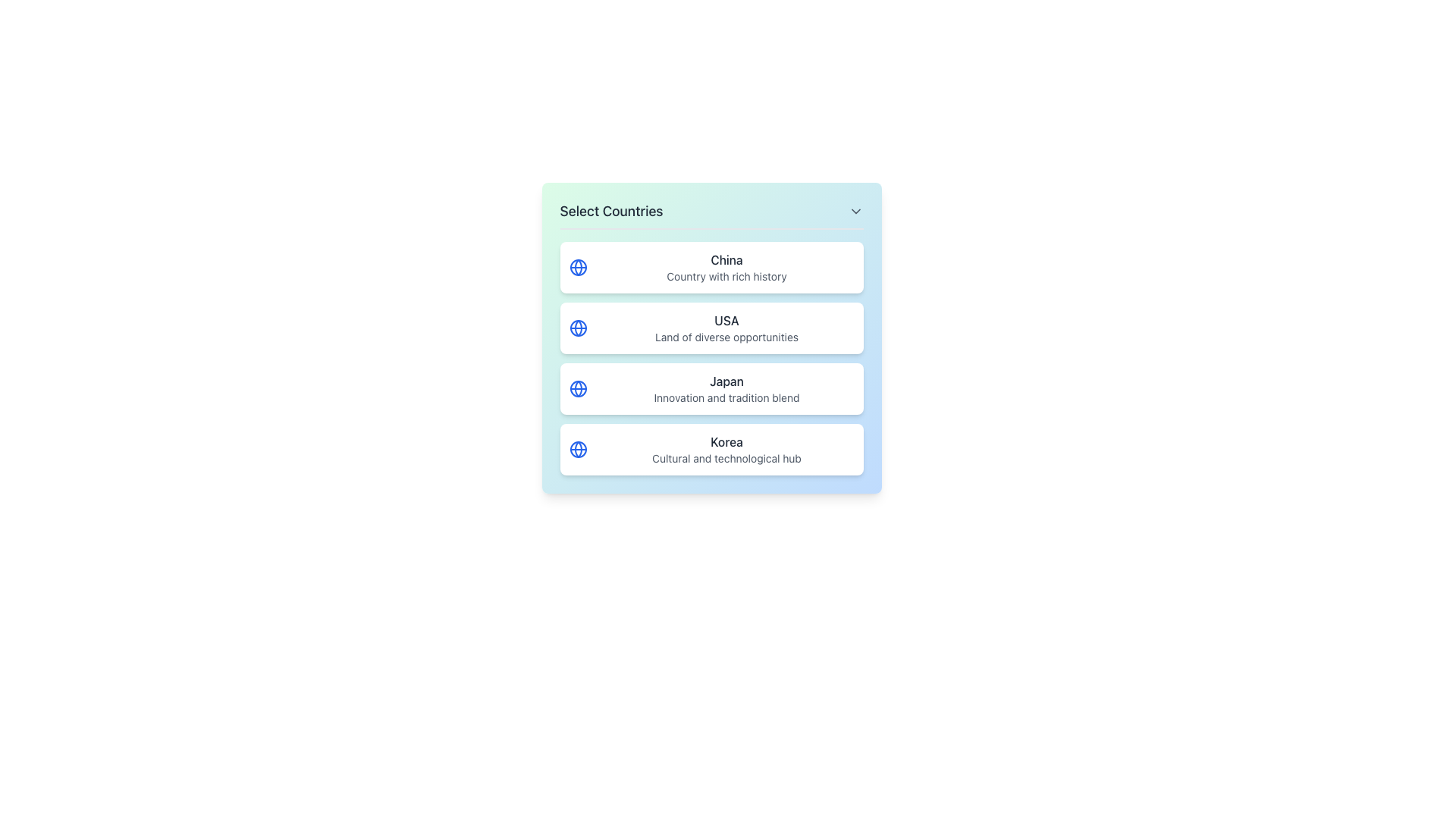 The image size is (1456, 819). What do you see at coordinates (726, 449) in the screenshot?
I see `the selectable option for the country 'Korea' which is displayed in the light blue section labeled 'Select Countries'` at bounding box center [726, 449].